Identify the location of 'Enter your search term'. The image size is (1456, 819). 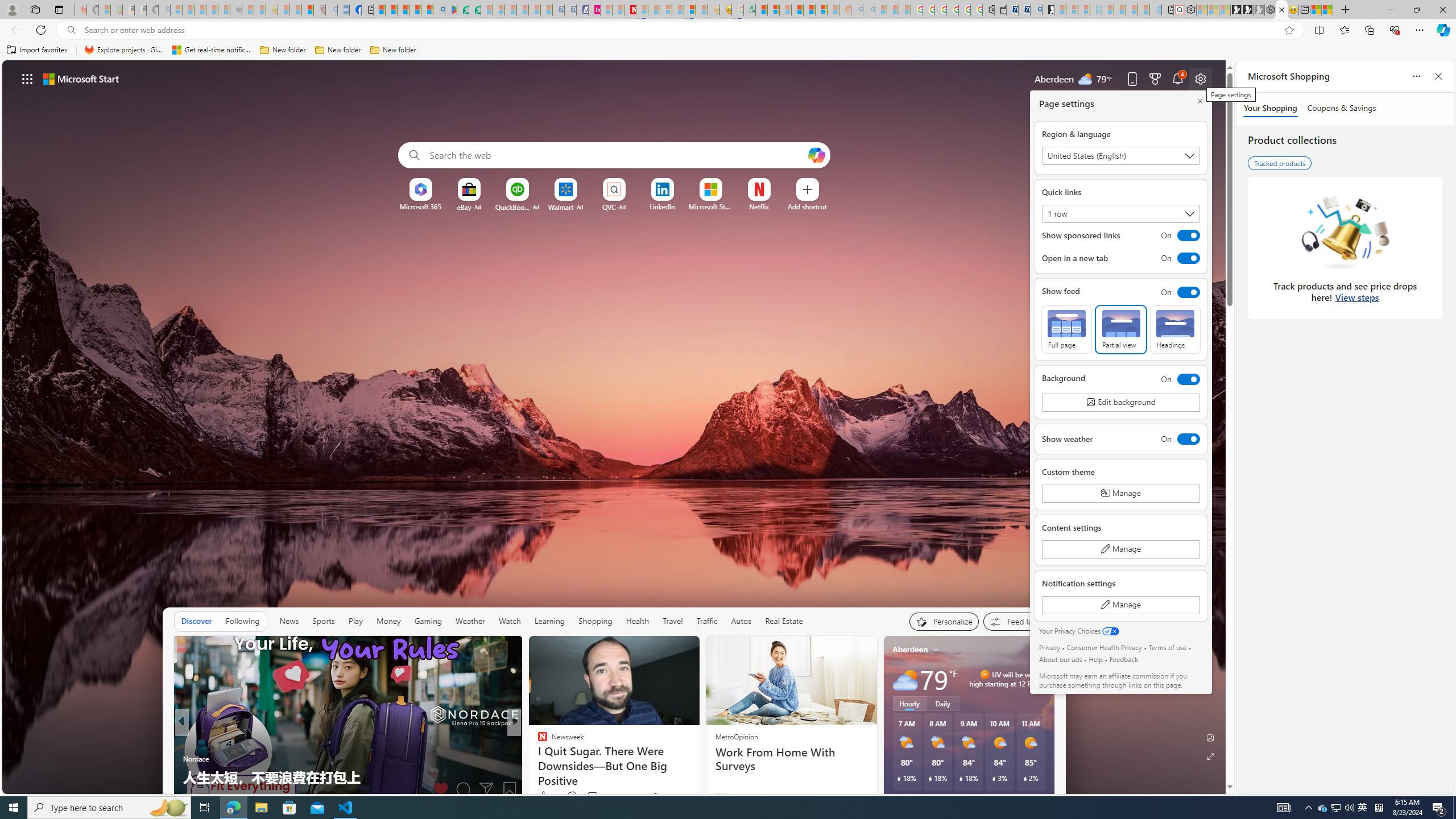
(617, 155).